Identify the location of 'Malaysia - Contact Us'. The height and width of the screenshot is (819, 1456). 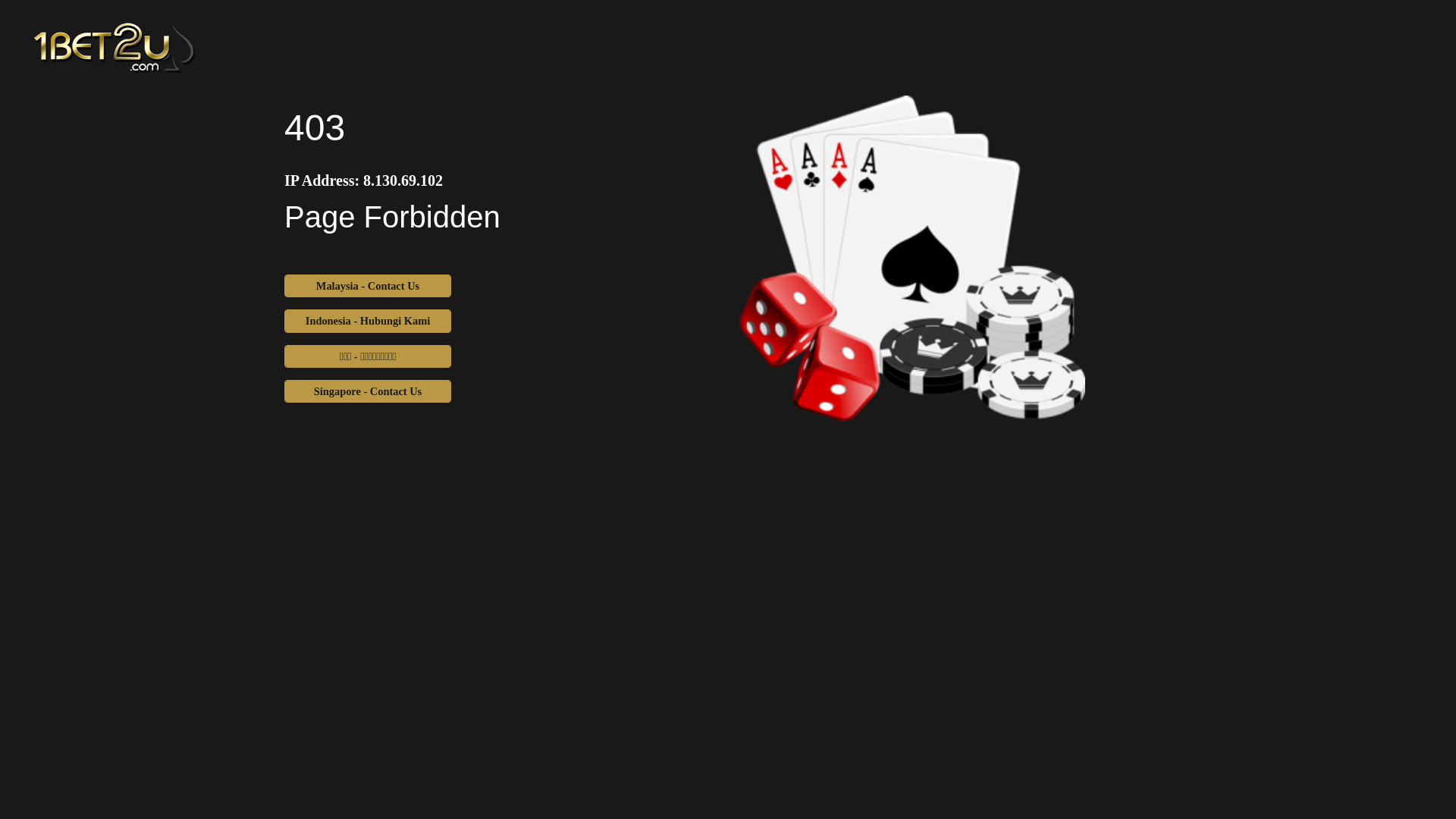
(284, 286).